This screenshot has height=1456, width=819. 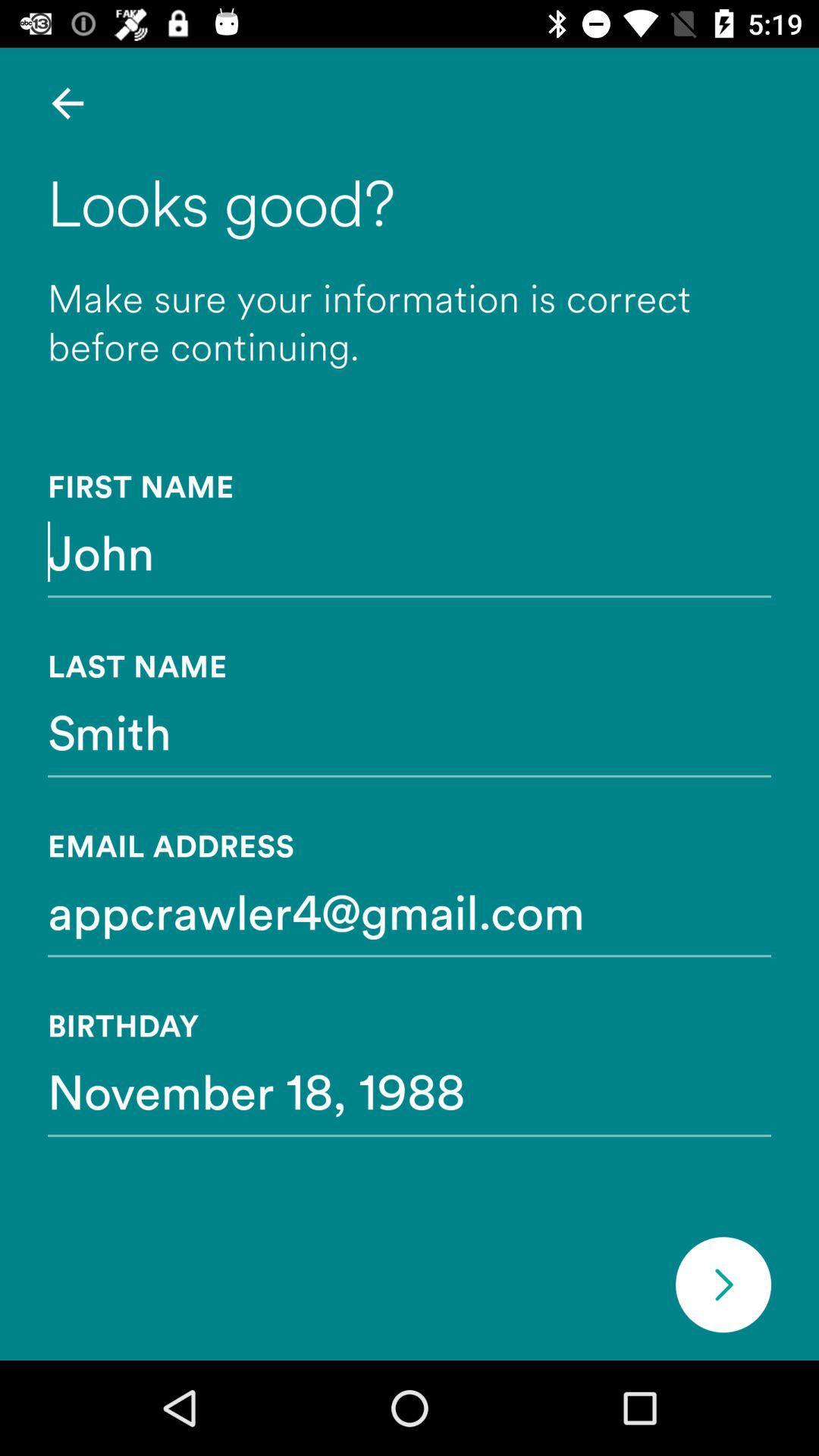 I want to click on smith item, so click(x=409, y=731).